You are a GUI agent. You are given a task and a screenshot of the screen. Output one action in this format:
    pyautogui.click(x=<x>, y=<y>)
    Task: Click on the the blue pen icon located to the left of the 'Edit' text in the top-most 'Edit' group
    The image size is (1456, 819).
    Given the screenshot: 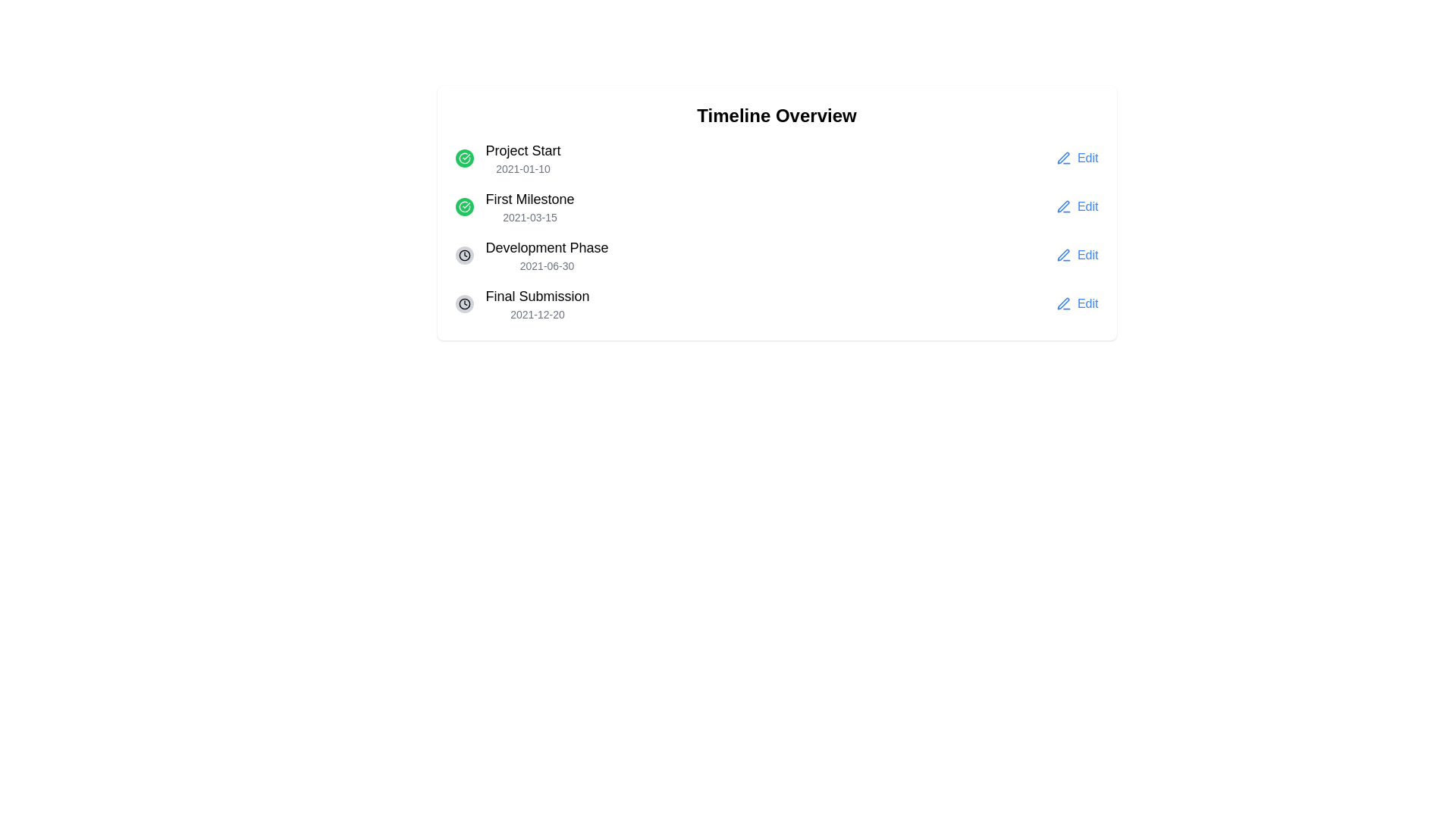 What is the action you would take?
    pyautogui.click(x=1062, y=158)
    